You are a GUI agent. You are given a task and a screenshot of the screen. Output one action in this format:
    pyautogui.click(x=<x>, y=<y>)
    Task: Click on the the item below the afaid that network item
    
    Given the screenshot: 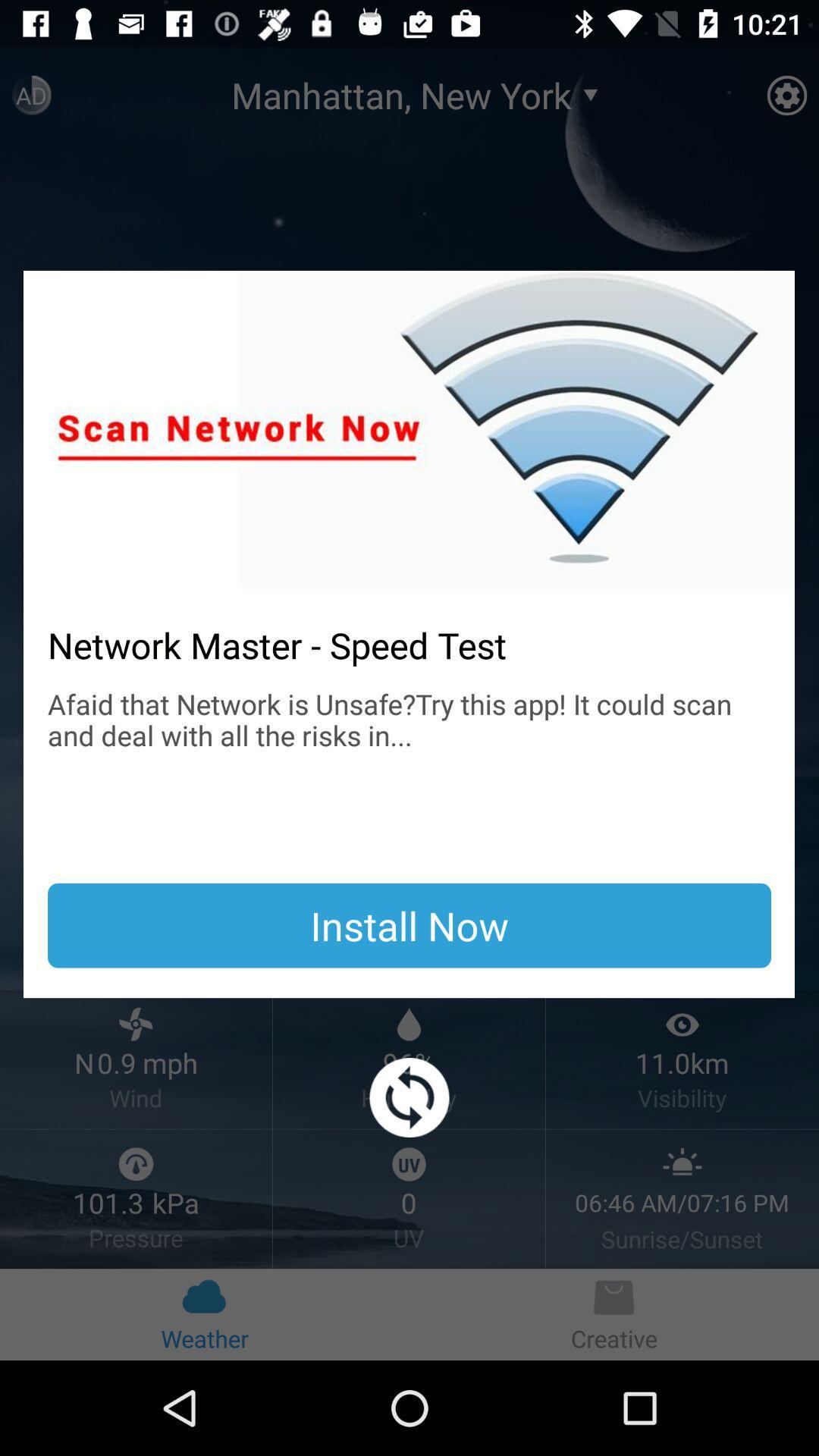 What is the action you would take?
    pyautogui.click(x=409, y=924)
    